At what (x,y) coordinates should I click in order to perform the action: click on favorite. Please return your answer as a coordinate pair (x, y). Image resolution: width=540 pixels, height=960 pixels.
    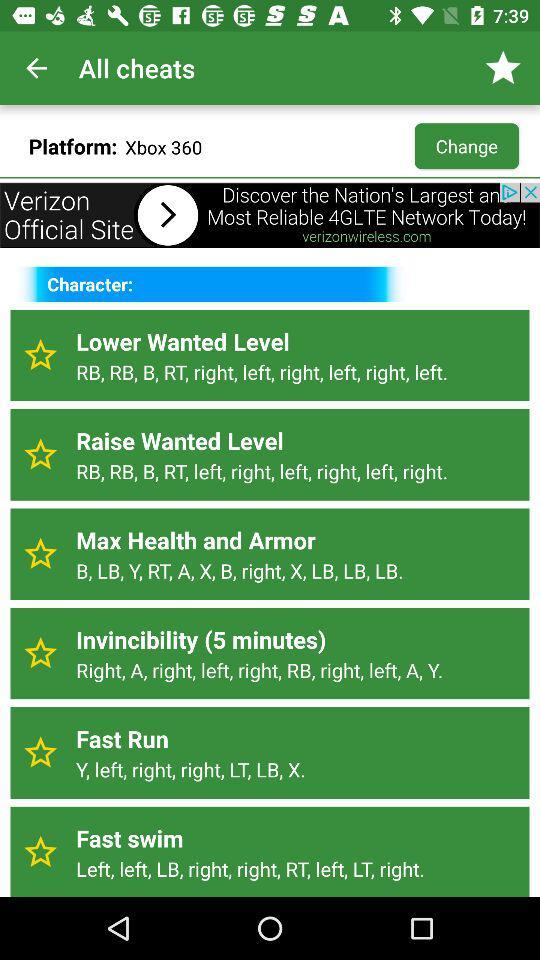
    Looking at the image, I should click on (40, 851).